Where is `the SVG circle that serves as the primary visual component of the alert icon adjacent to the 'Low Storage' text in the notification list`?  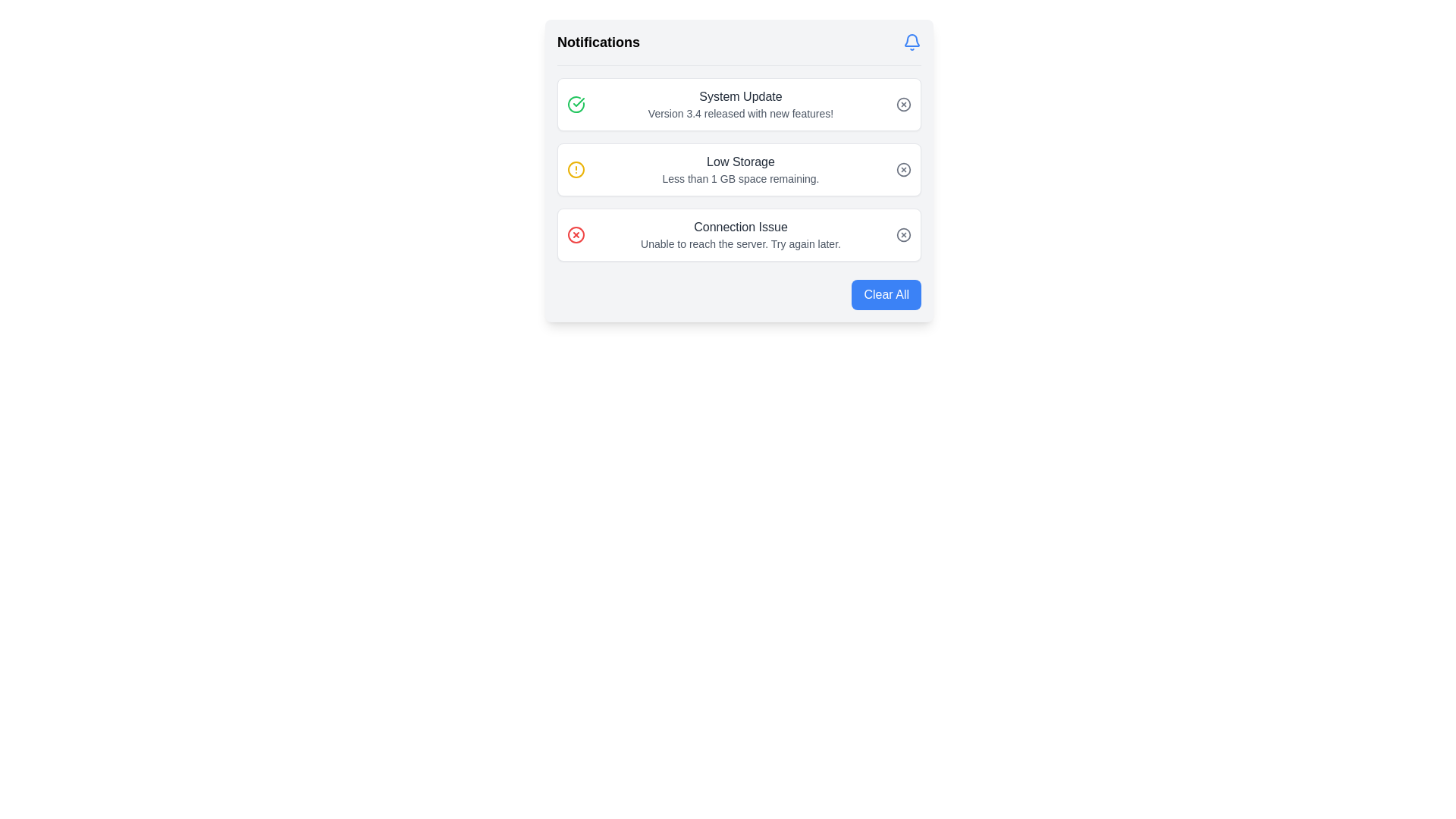
the SVG circle that serves as the primary visual component of the alert icon adjacent to the 'Low Storage' text in the notification list is located at coordinates (575, 169).